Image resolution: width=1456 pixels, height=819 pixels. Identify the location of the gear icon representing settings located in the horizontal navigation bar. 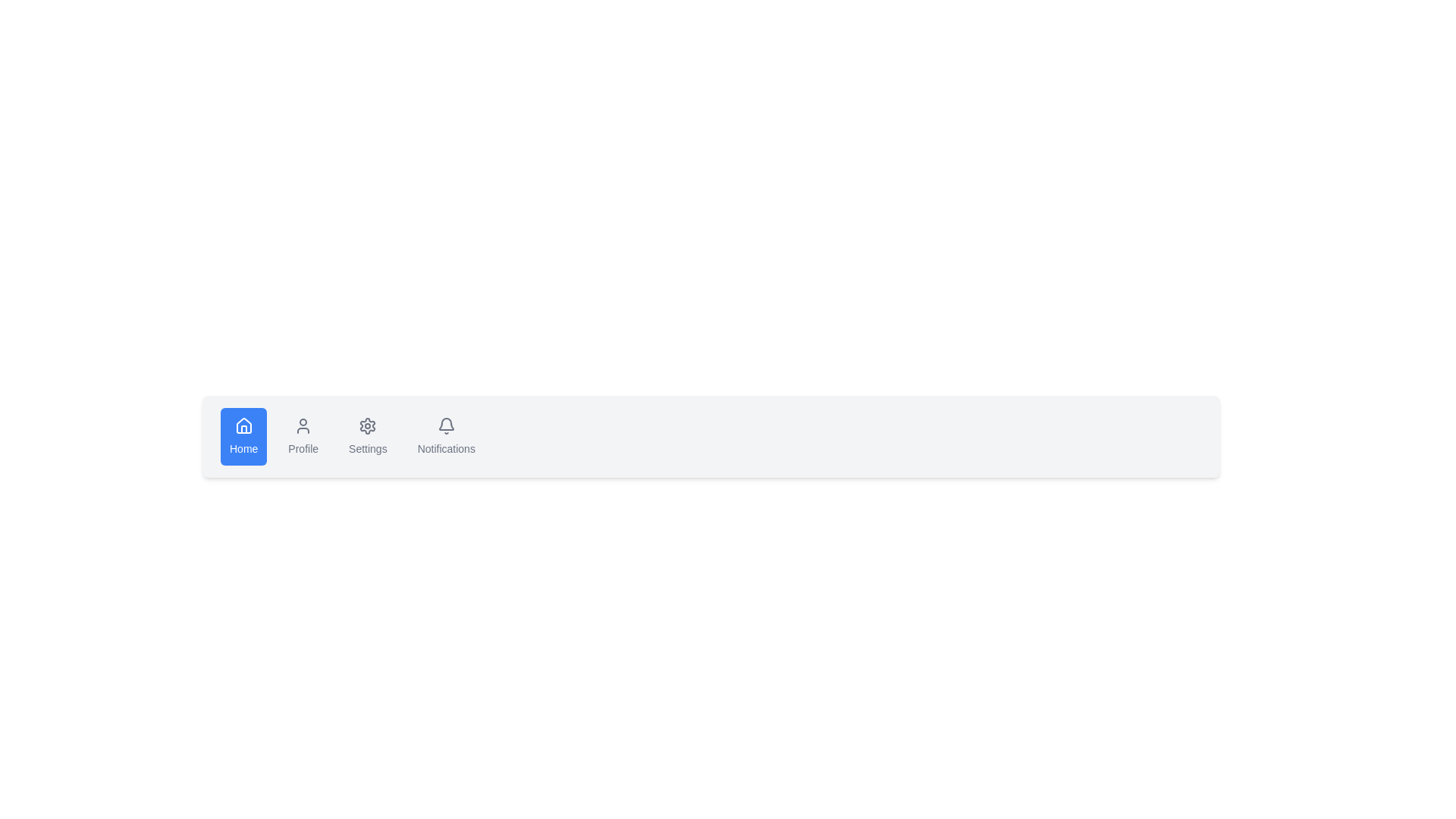
(367, 426).